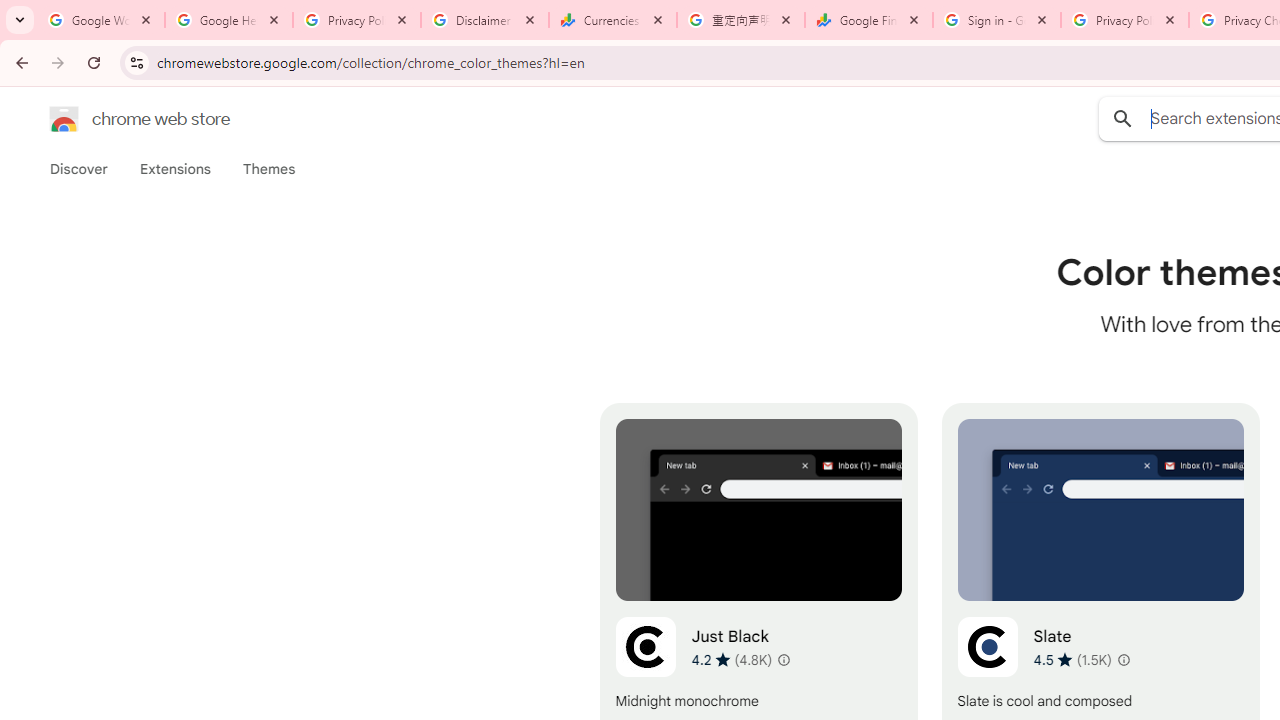  What do you see at coordinates (731, 659) in the screenshot?
I see `'Average rating 4.2 out of 5 stars. 4.8K ratings.'` at bounding box center [731, 659].